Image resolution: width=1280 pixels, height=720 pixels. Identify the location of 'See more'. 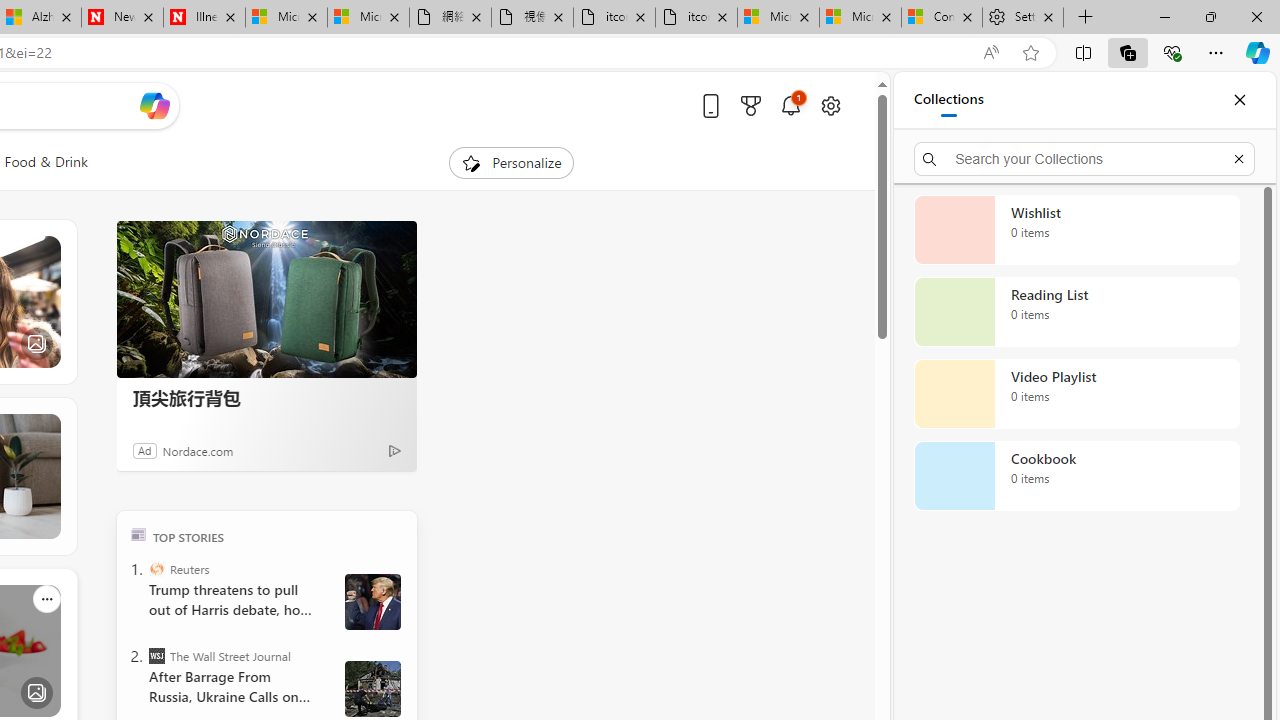
(46, 597).